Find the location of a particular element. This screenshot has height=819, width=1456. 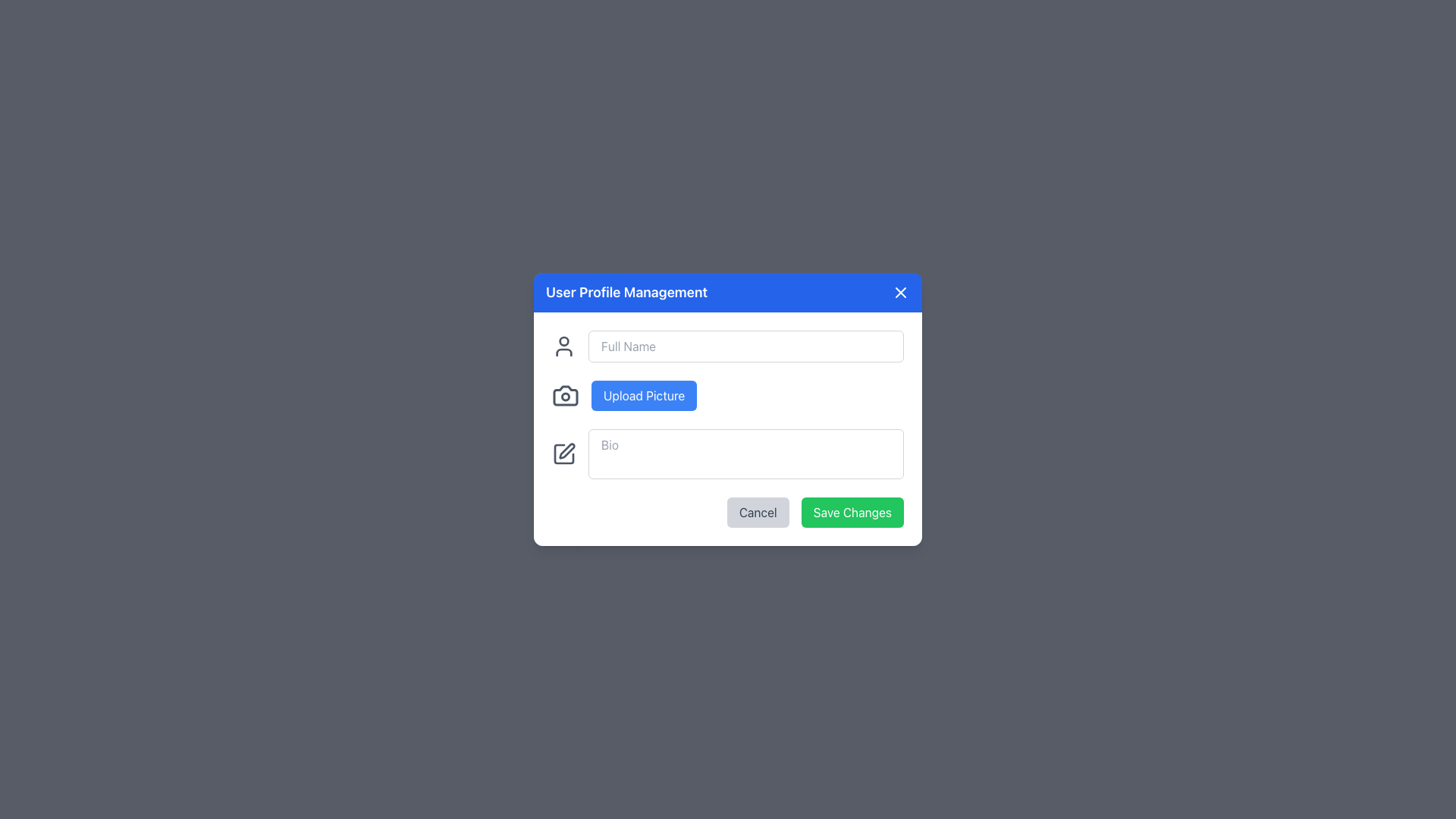

the close button located at the top-right corner of the 'User Profile Management' modal header is located at coordinates (901, 292).